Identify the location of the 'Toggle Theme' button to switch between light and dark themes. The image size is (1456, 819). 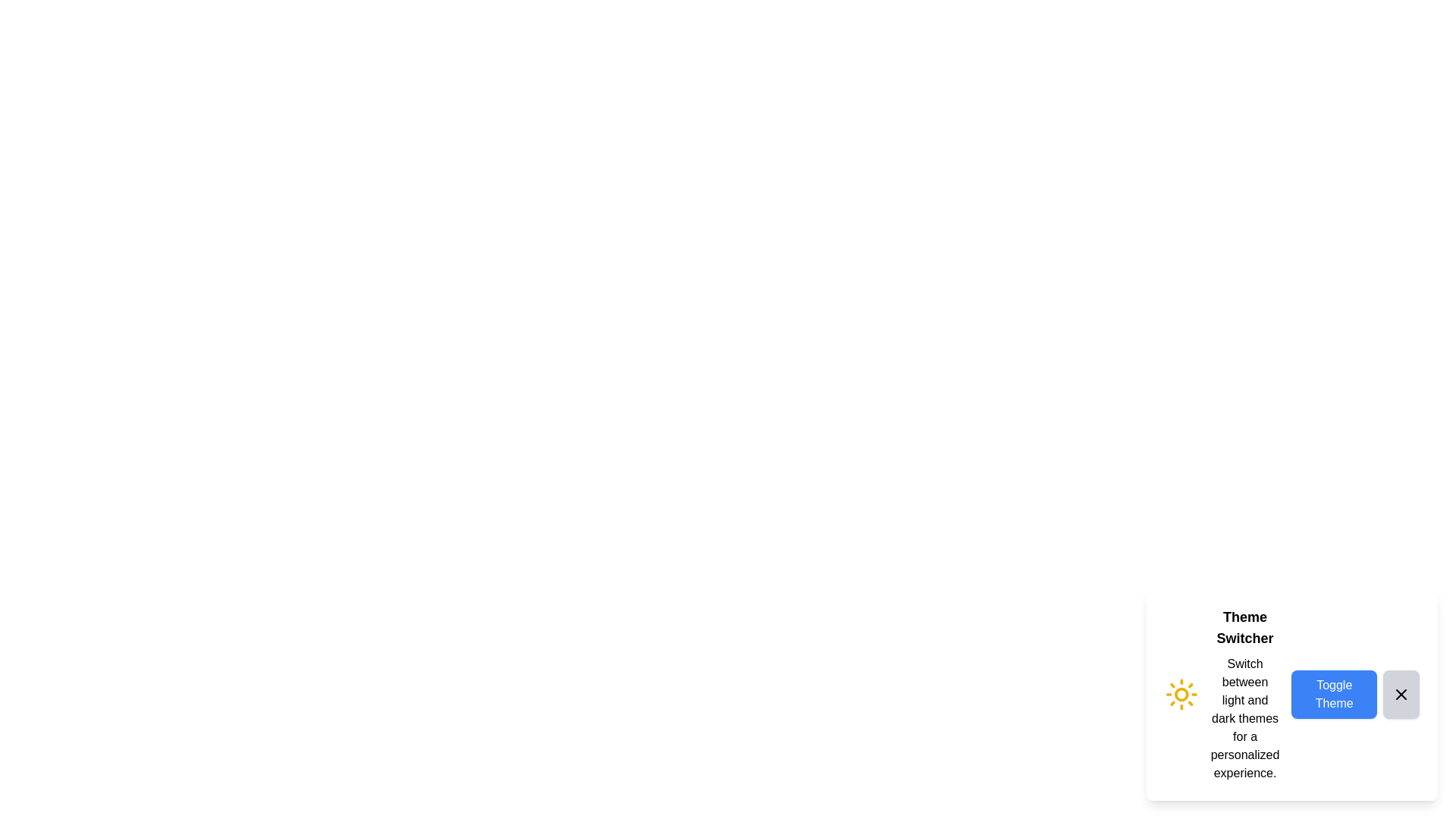
(1332, 694).